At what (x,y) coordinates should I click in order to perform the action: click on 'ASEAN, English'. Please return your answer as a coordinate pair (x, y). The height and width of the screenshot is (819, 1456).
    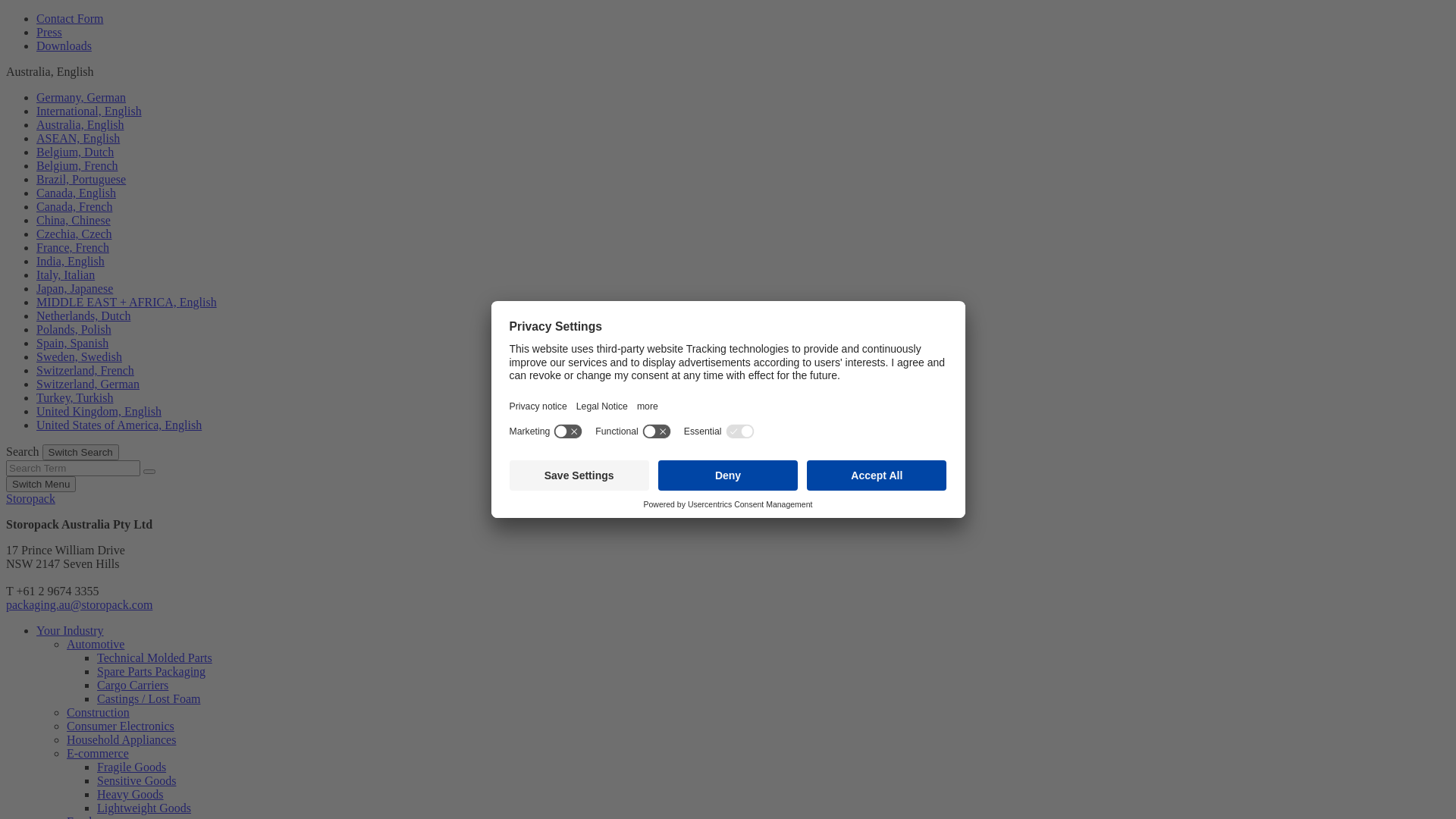
    Looking at the image, I should click on (77, 138).